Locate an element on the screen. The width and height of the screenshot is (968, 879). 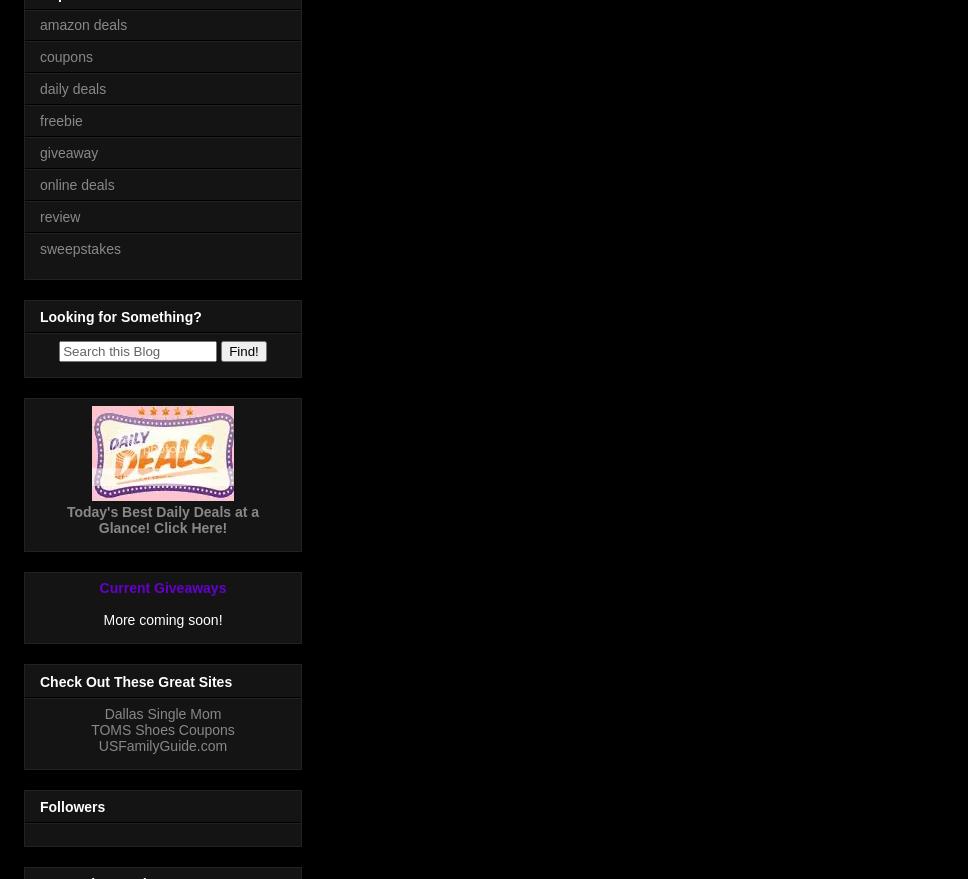
'giveaway' is located at coordinates (68, 151).